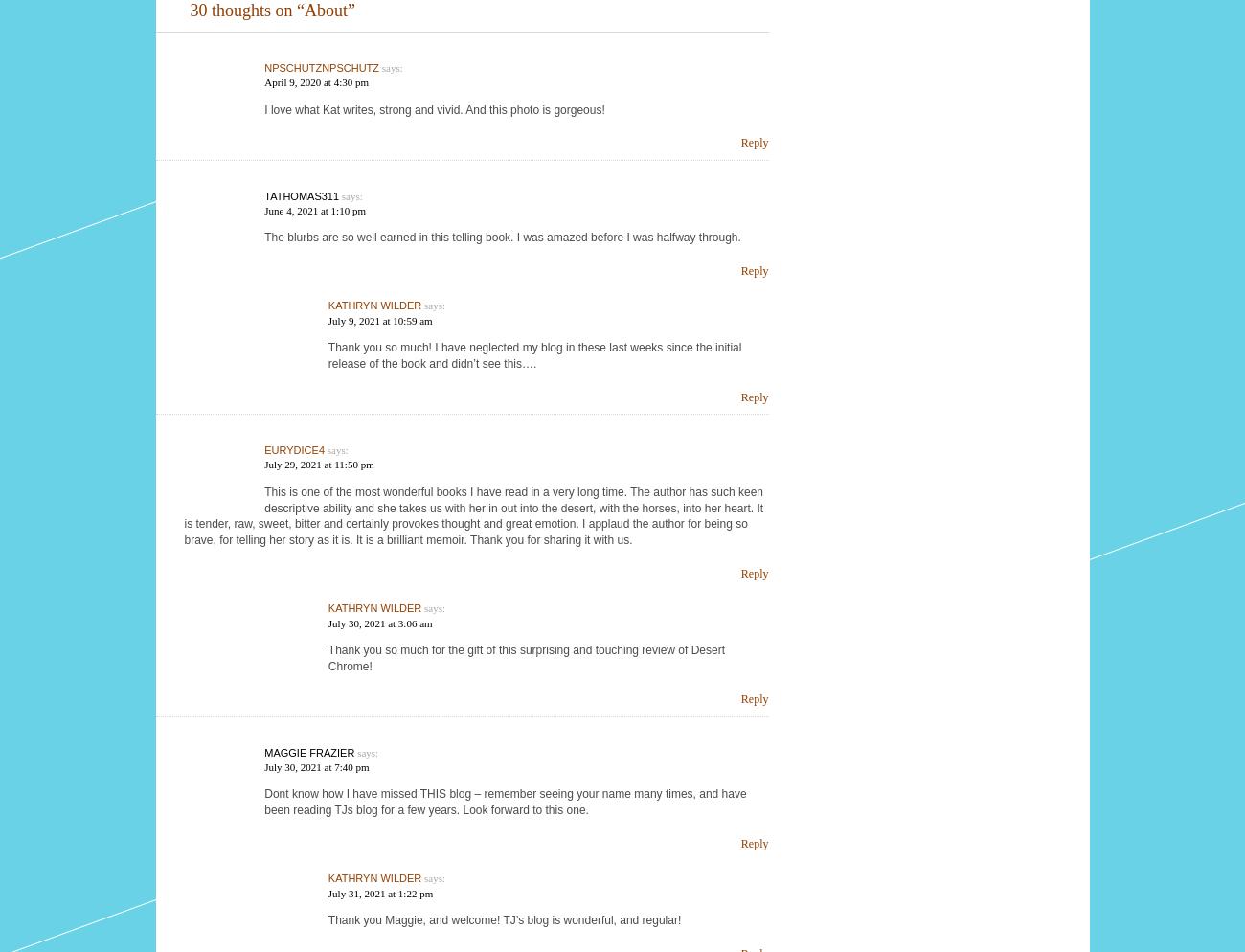 The height and width of the screenshot is (952, 1245). Describe the element at coordinates (318, 463) in the screenshot. I see `'July 29, 2021 at 11:50 pm'` at that location.